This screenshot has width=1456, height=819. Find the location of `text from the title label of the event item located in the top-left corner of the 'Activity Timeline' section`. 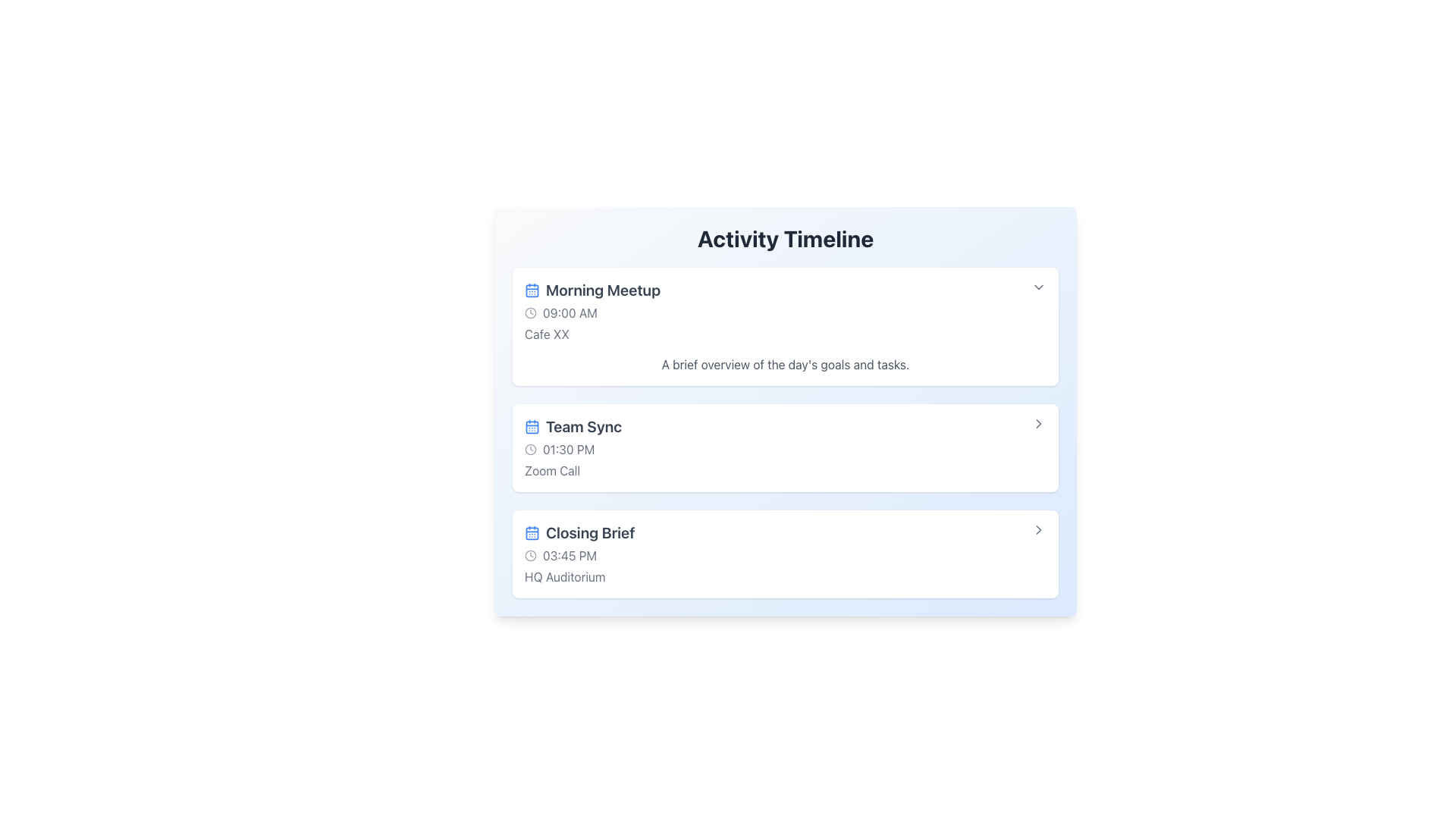

text from the title label of the event item located in the top-left corner of the 'Activity Timeline' section is located at coordinates (573, 427).